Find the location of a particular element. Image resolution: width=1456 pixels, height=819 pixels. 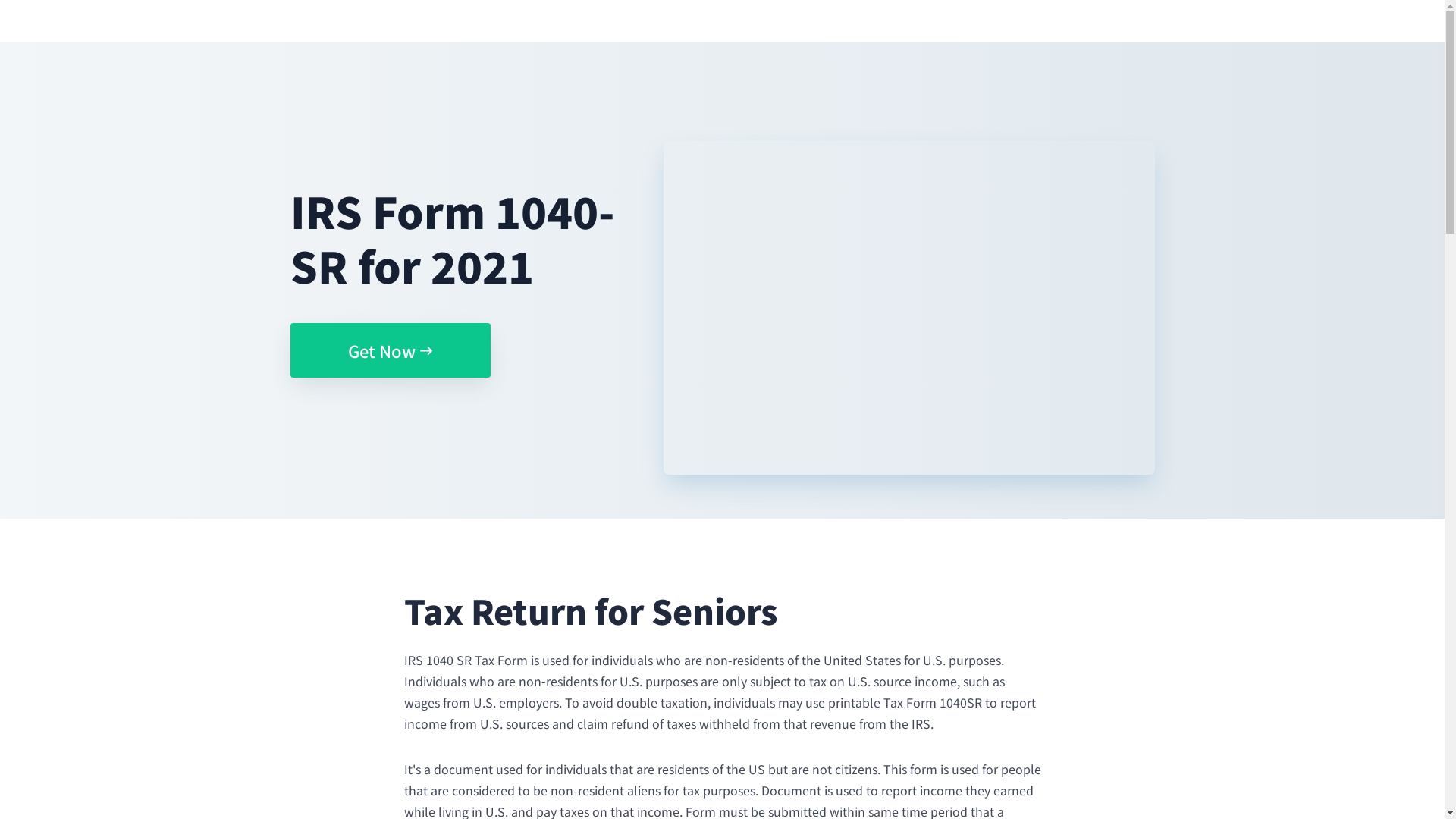

'Get Now' is located at coordinates (389, 350).